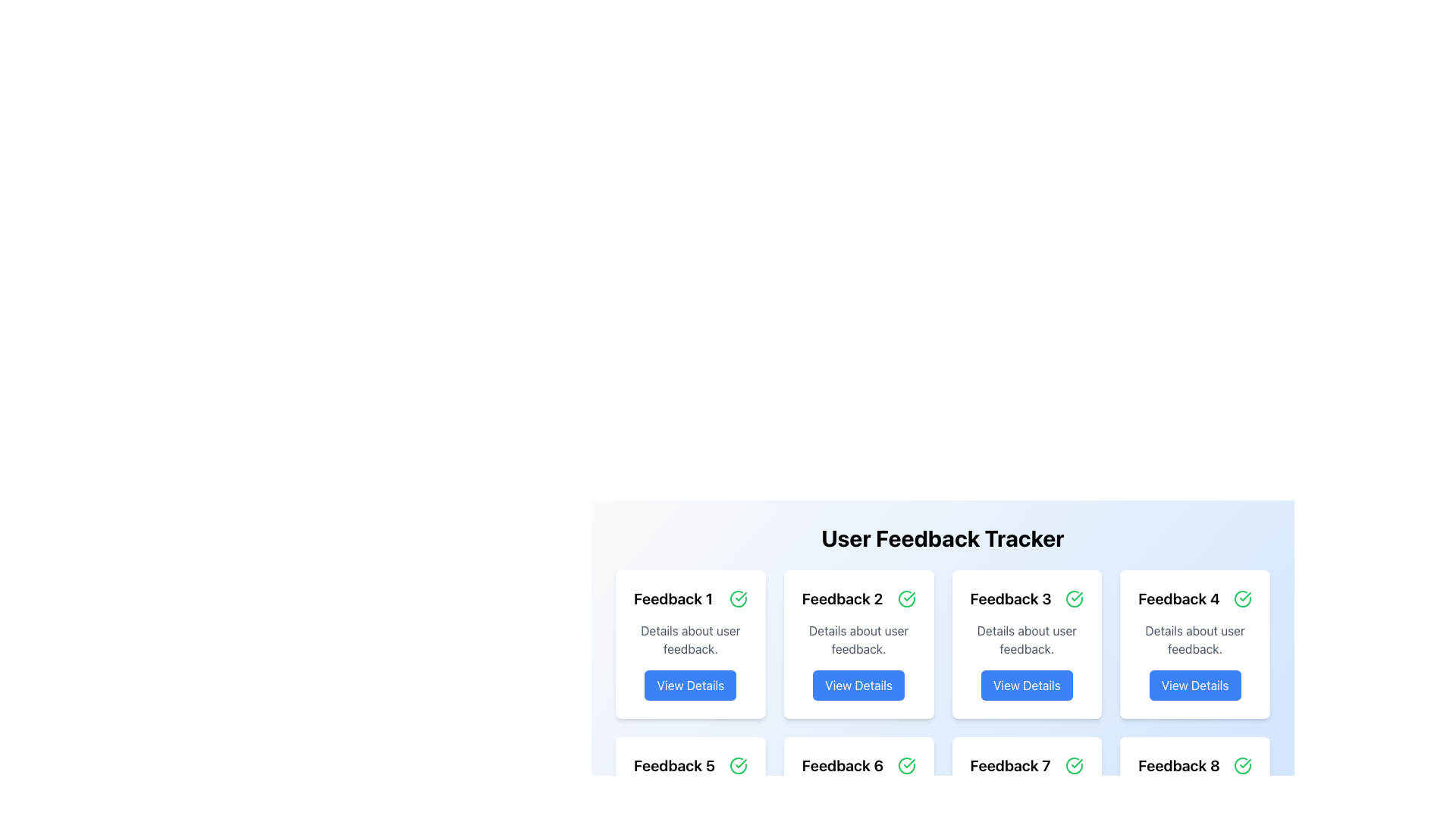 The image size is (1456, 819). What do you see at coordinates (858, 685) in the screenshot?
I see `the button that allows users` at bounding box center [858, 685].